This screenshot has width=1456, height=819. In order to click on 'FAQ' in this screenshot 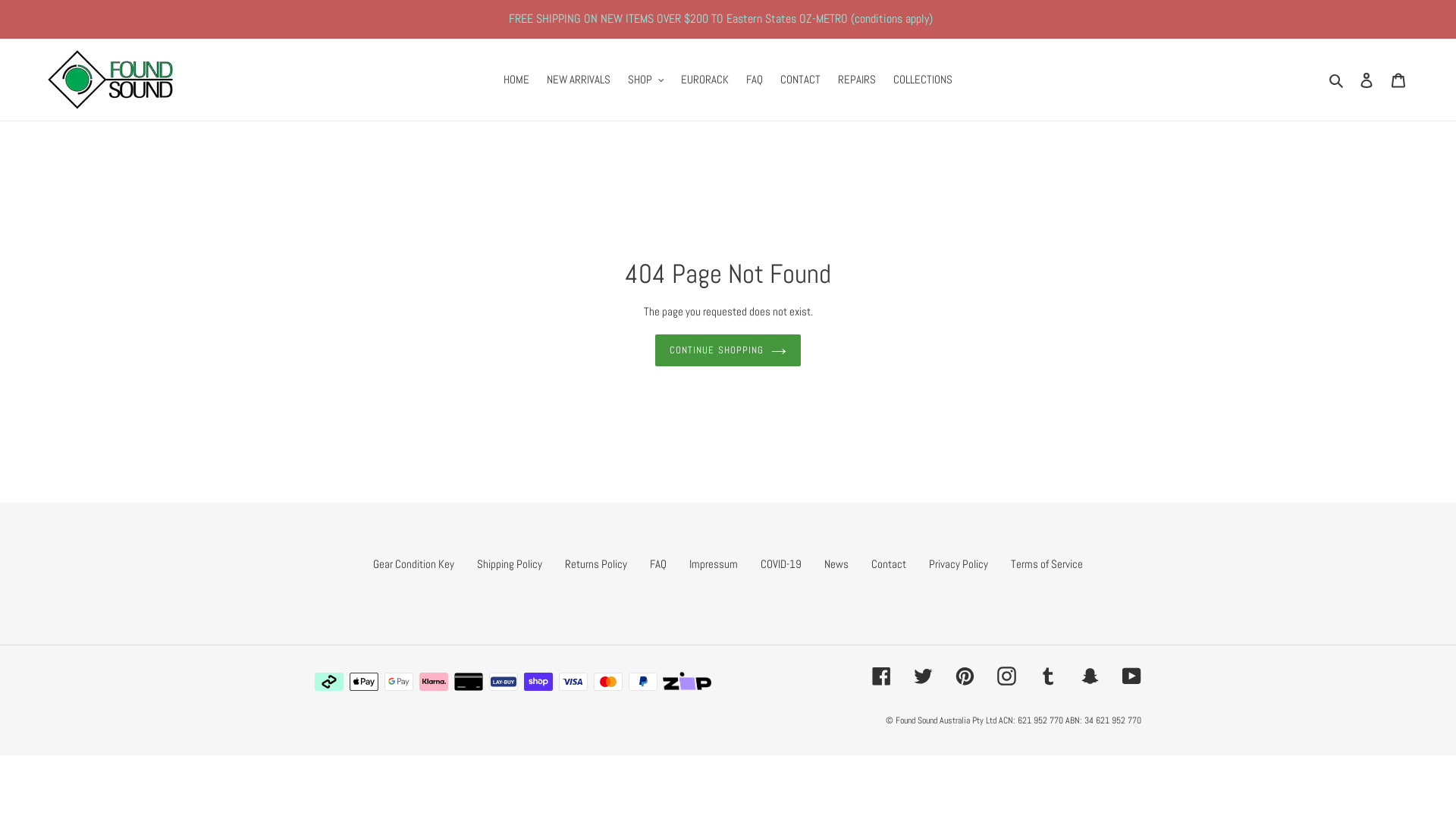, I will do `click(754, 80)`.